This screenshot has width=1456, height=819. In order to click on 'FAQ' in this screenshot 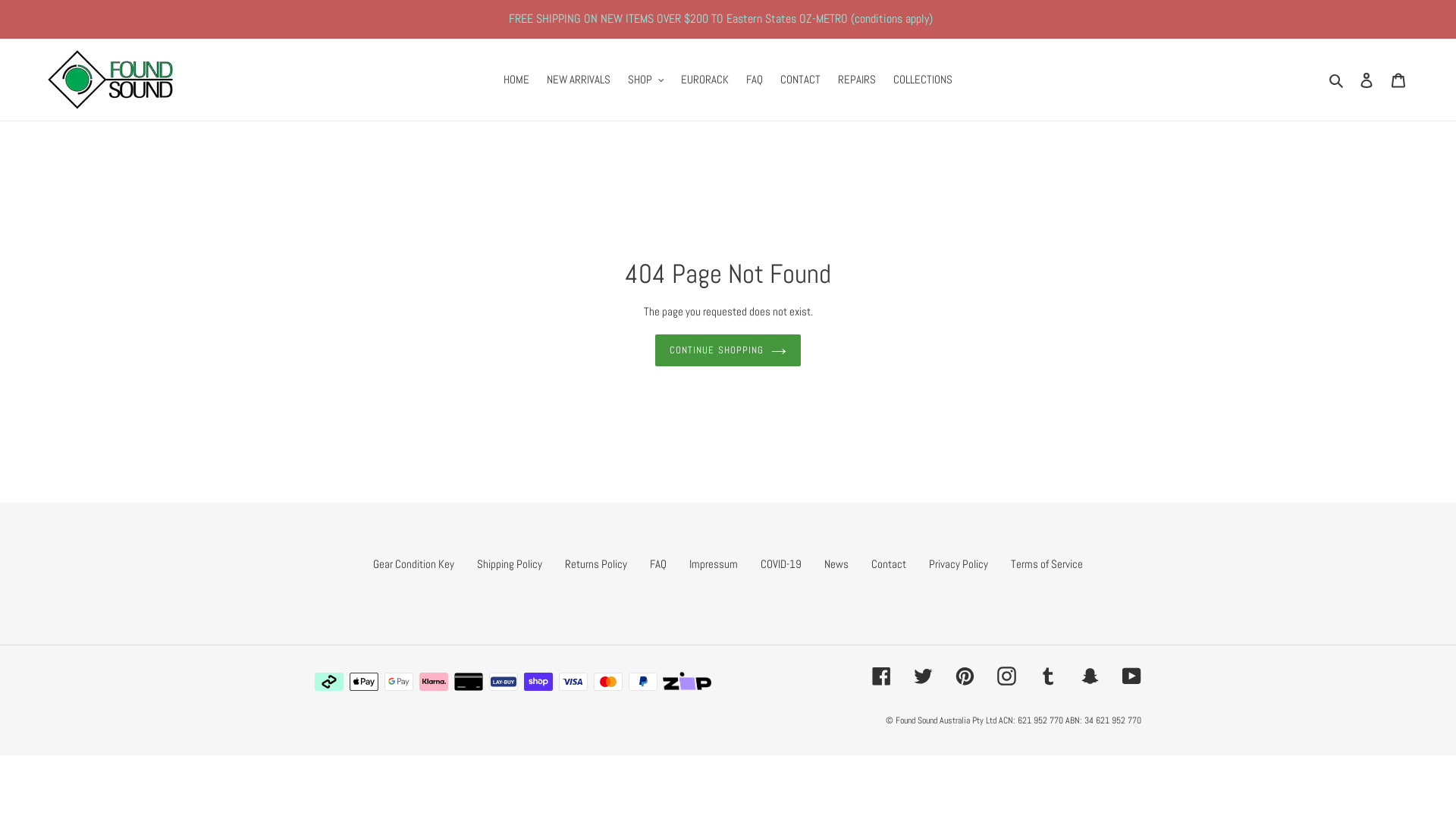, I will do `click(754, 80)`.